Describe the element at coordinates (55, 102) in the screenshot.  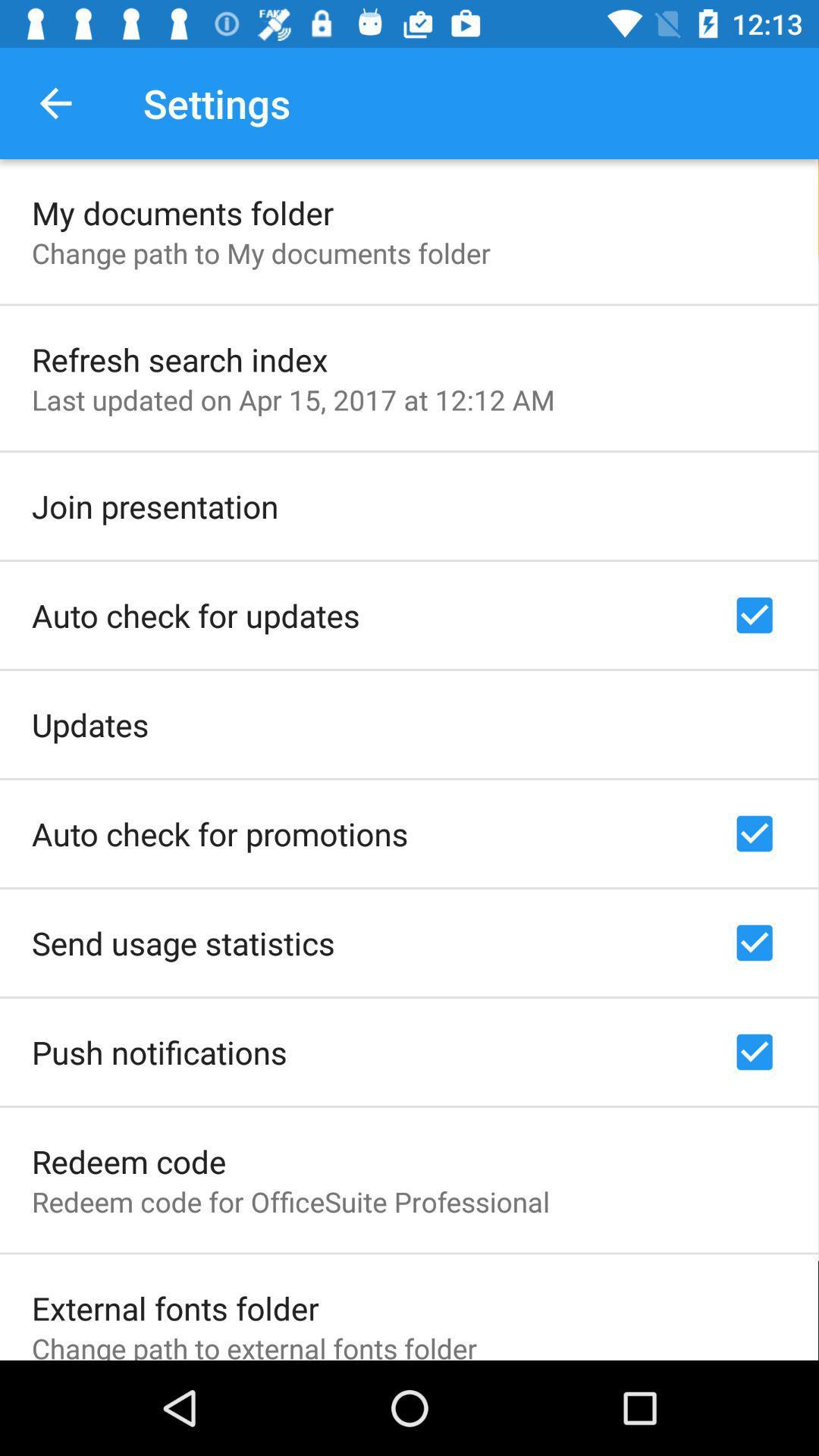
I see `previous page` at that location.